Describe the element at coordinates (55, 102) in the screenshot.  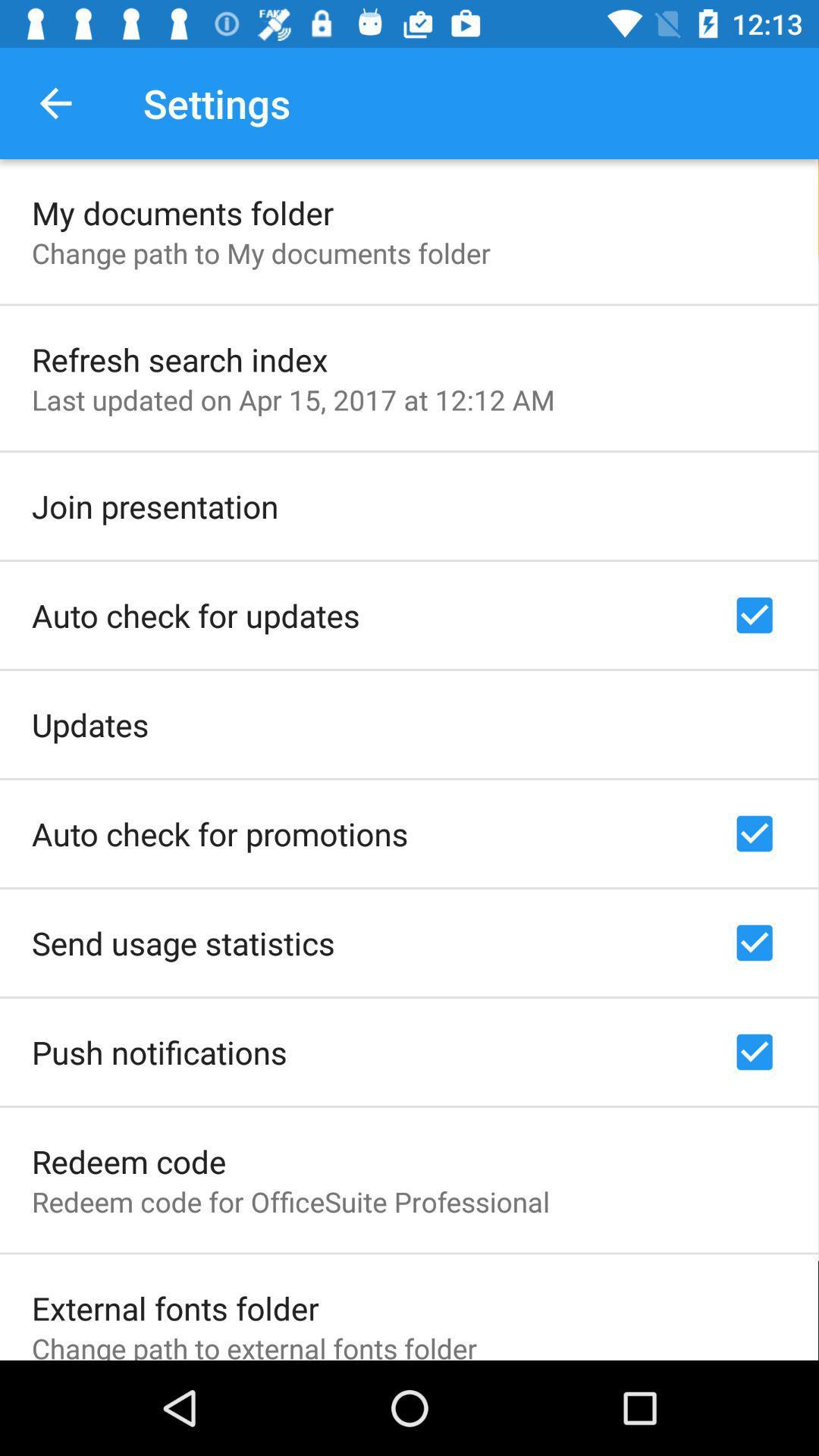
I see `previous page` at that location.